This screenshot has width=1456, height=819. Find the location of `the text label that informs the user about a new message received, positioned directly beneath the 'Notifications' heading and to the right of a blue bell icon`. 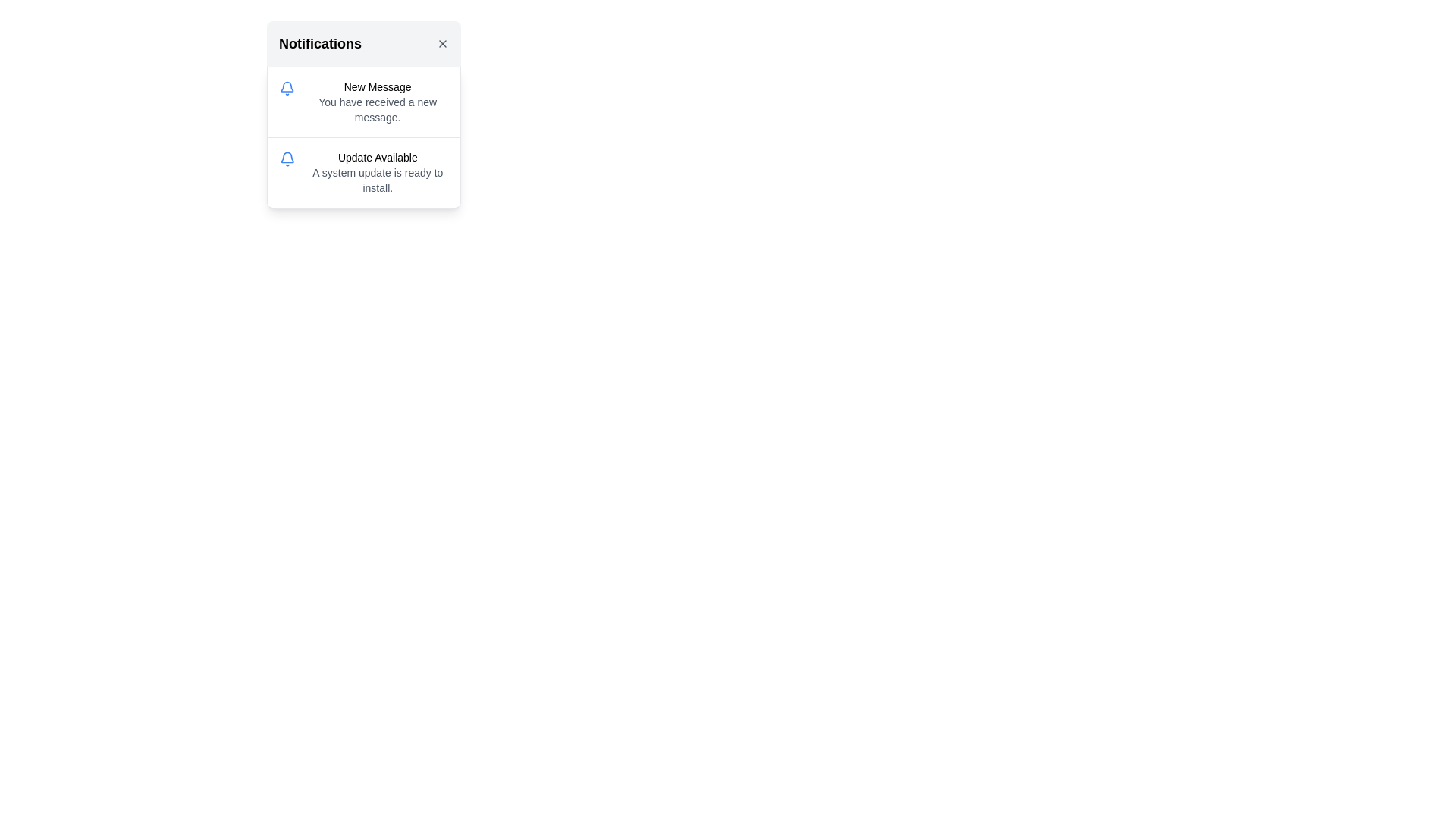

the text label that informs the user about a new message received, positioned directly beneath the 'Notifications' heading and to the right of a blue bell icon is located at coordinates (378, 102).